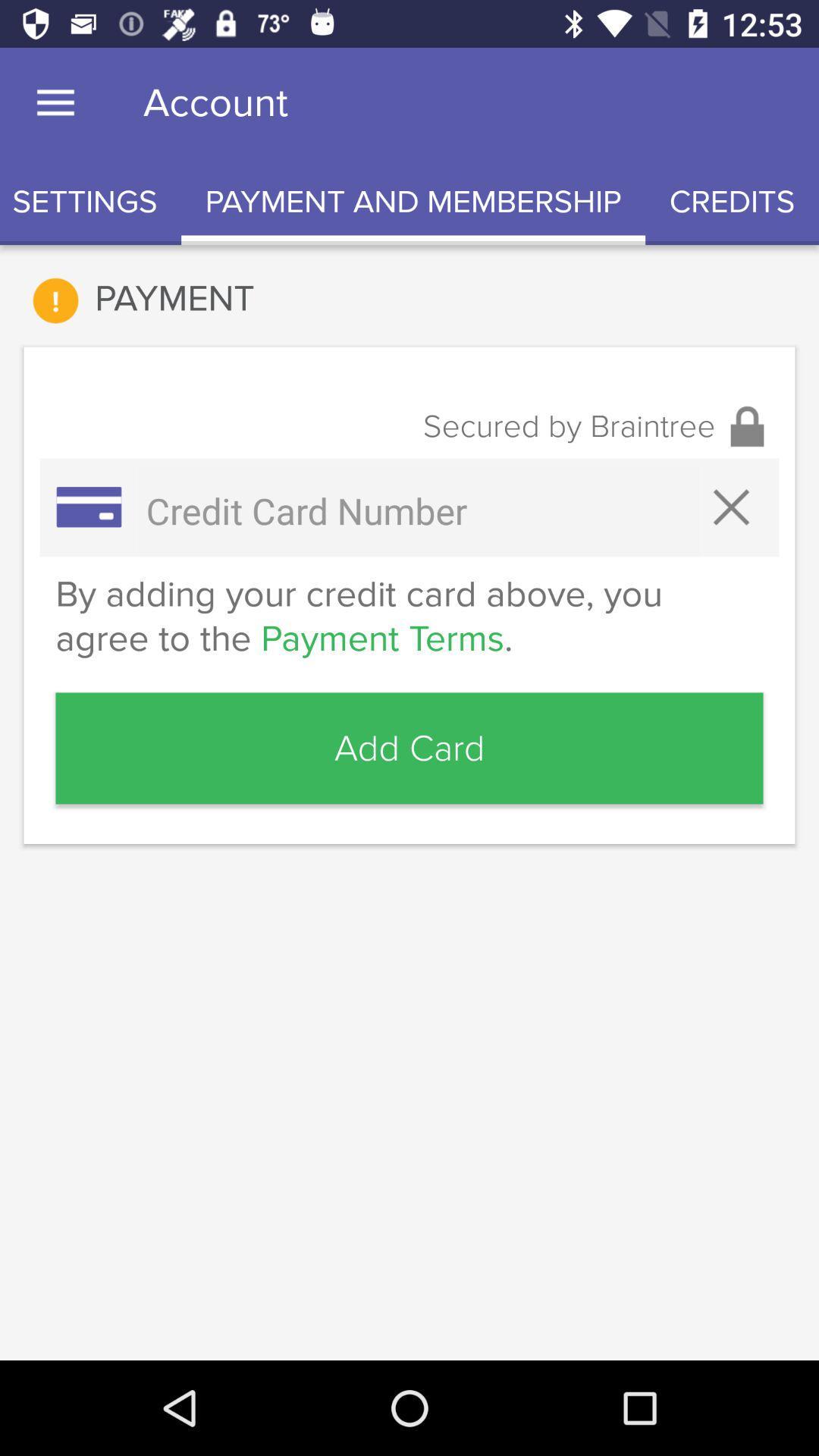 Image resolution: width=819 pixels, height=1456 pixels. I want to click on credit card number, so click(419, 511).